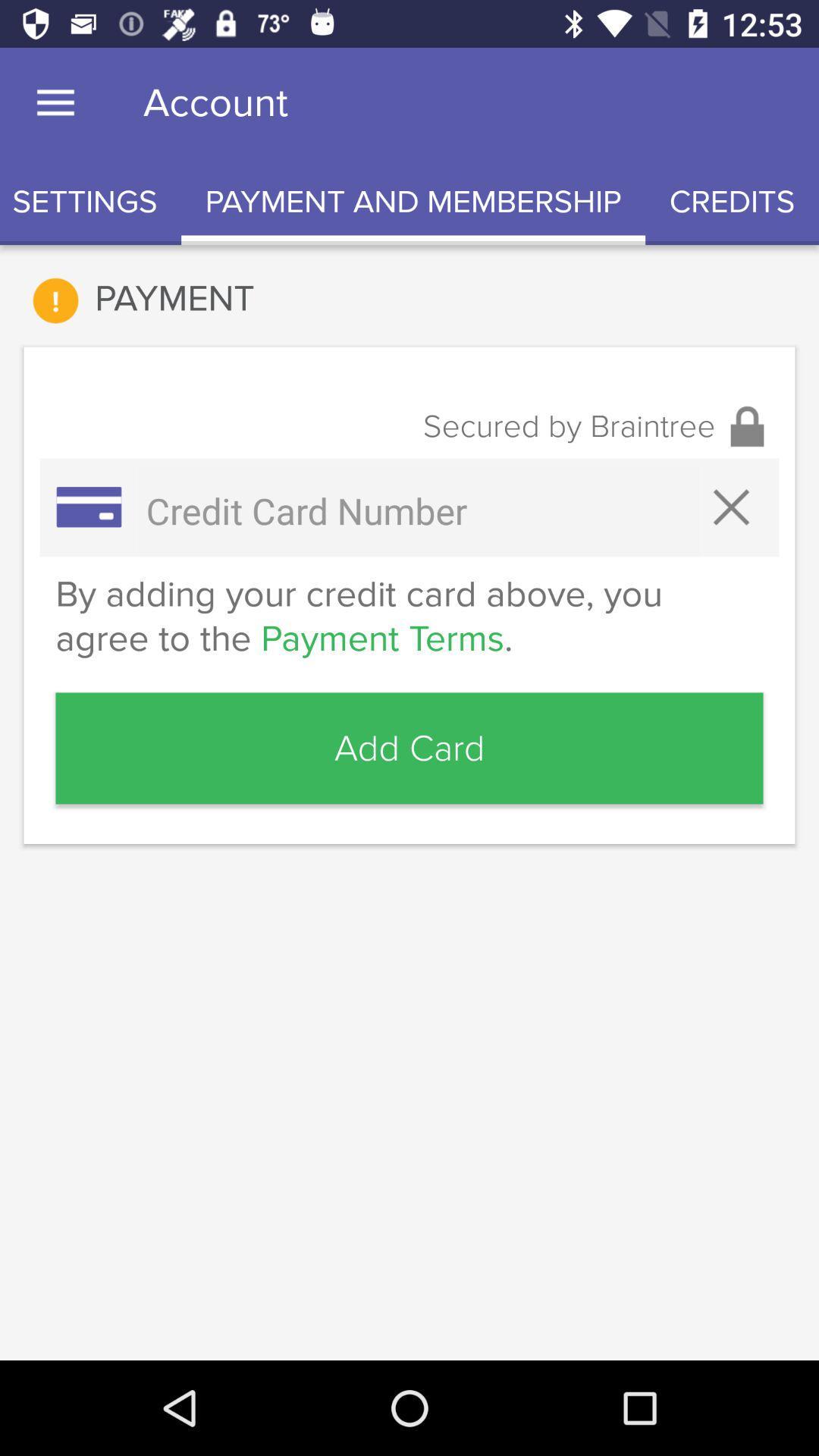 Image resolution: width=819 pixels, height=1456 pixels. I want to click on credit card number, so click(419, 511).